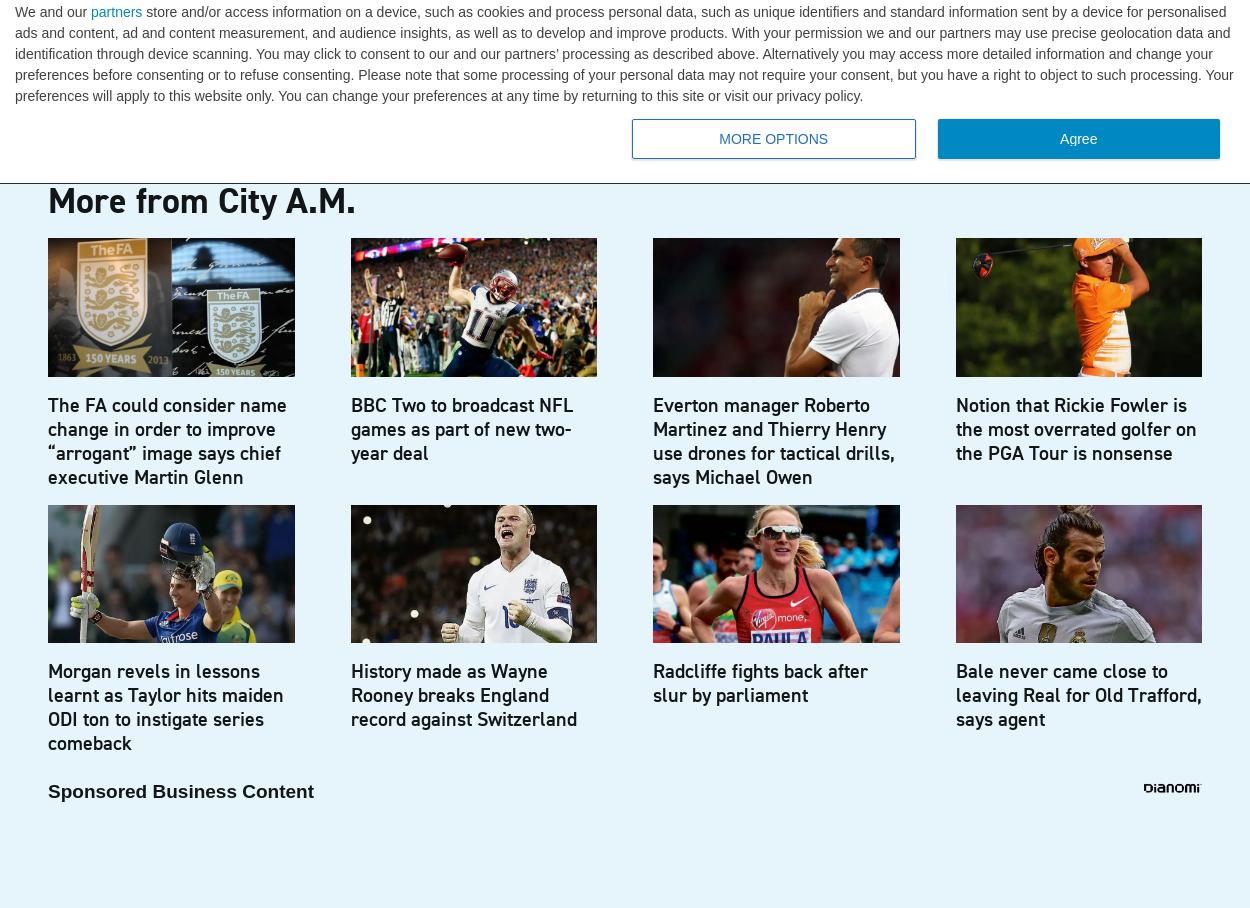 The height and width of the screenshot is (908, 1250). What do you see at coordinates (170, 26) in the screenshot?
I see `'Related Topics'` at bounding box center [170, 26].